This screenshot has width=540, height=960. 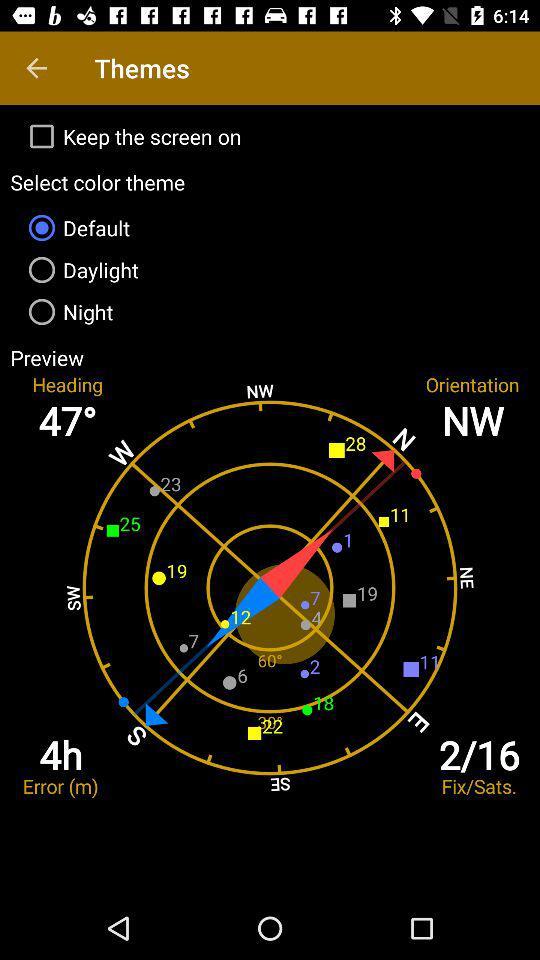 What do you see at coordinates (270, 228) in the screenshot?
I see `the icon below the select color theme` at bounding box center [270, 228].